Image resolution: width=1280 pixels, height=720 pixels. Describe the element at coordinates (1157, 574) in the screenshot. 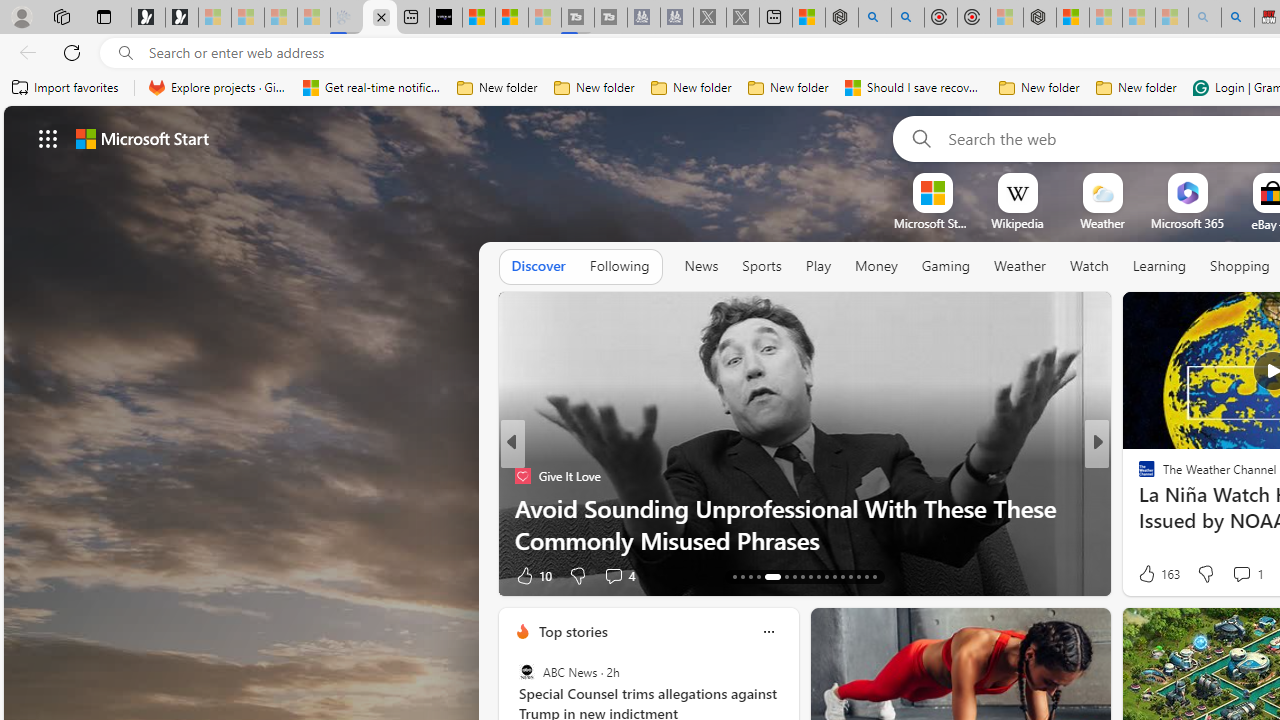

I see `'163 Like'` at that location.